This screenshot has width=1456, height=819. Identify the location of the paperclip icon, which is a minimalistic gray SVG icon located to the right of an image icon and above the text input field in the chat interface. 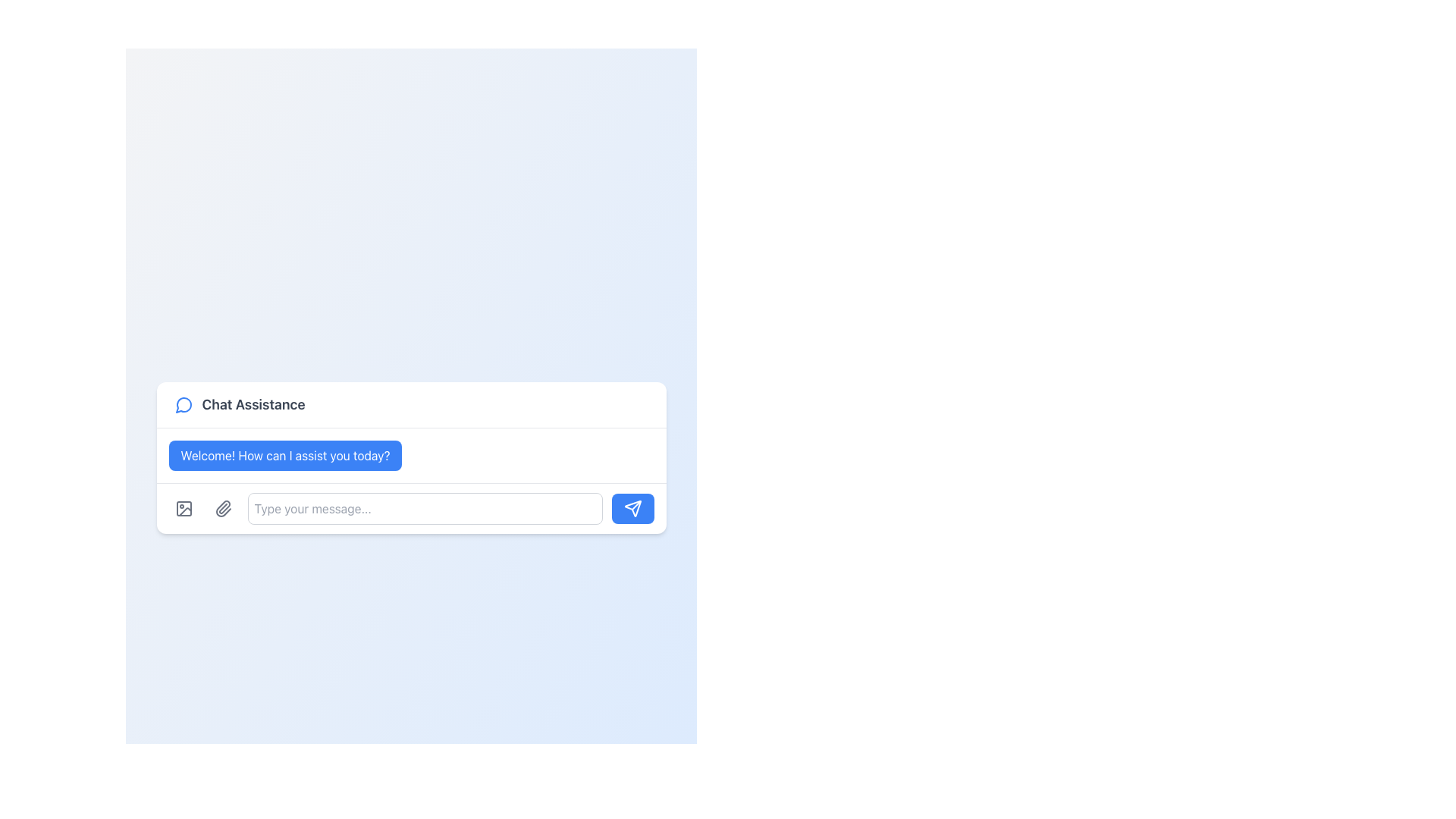
(222, 509).